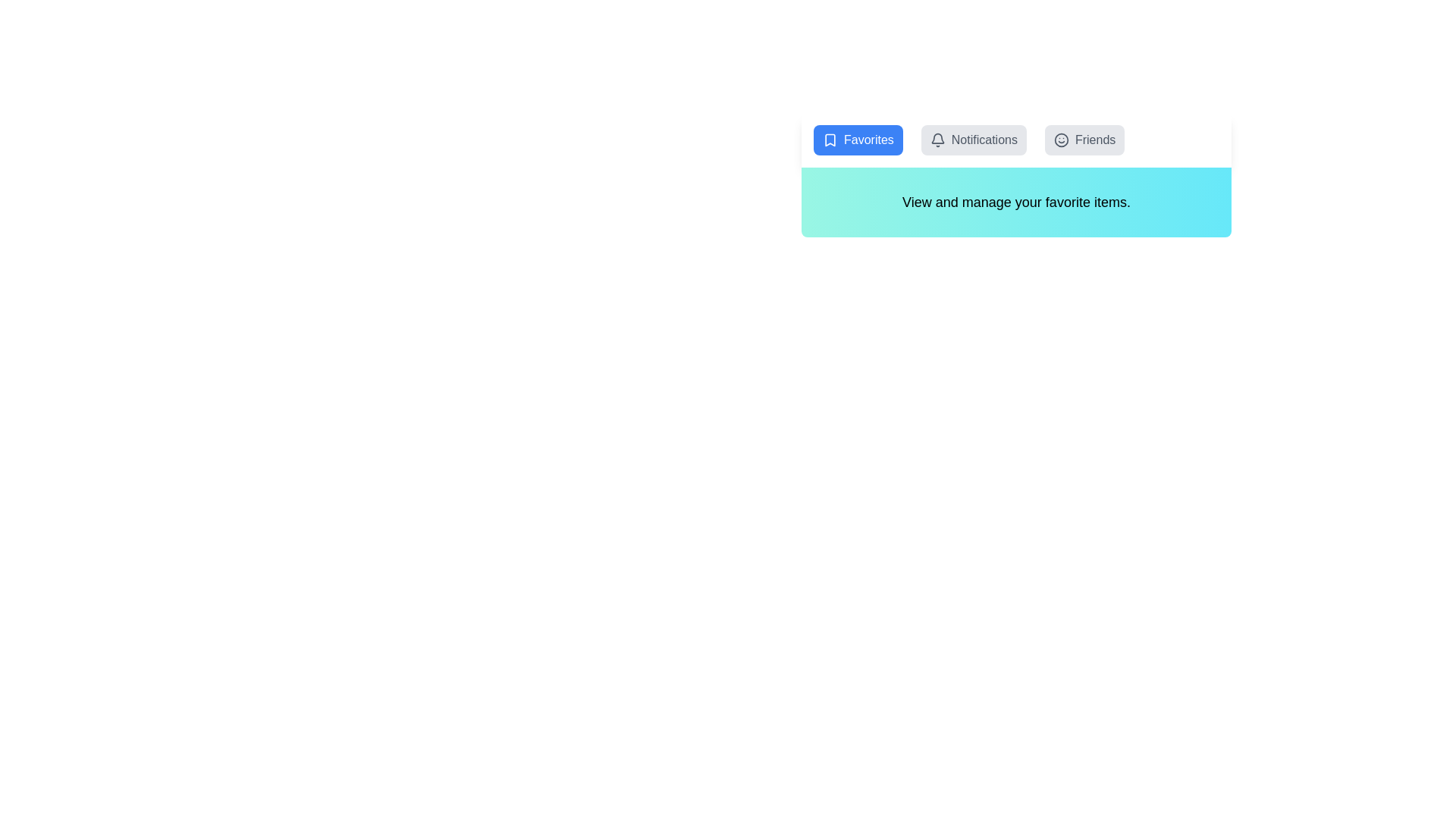 The width and height of the screenshot is (1456, 819). I want to click on the Favorites tab to switch views, so click(858, 140).